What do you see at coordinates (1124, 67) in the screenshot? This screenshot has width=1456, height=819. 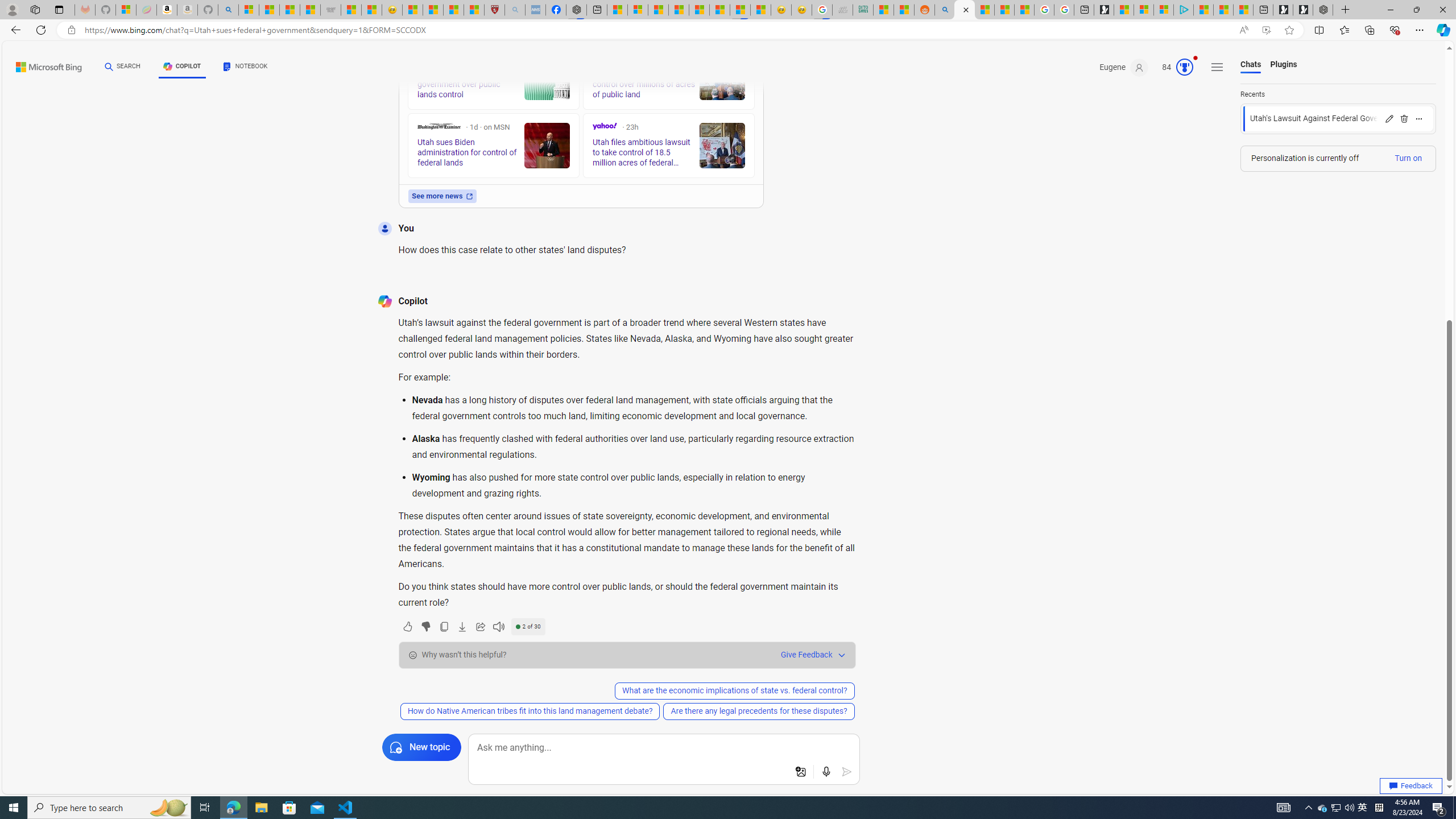 I see `'Eugene'` at bounding box center [1124, 67].